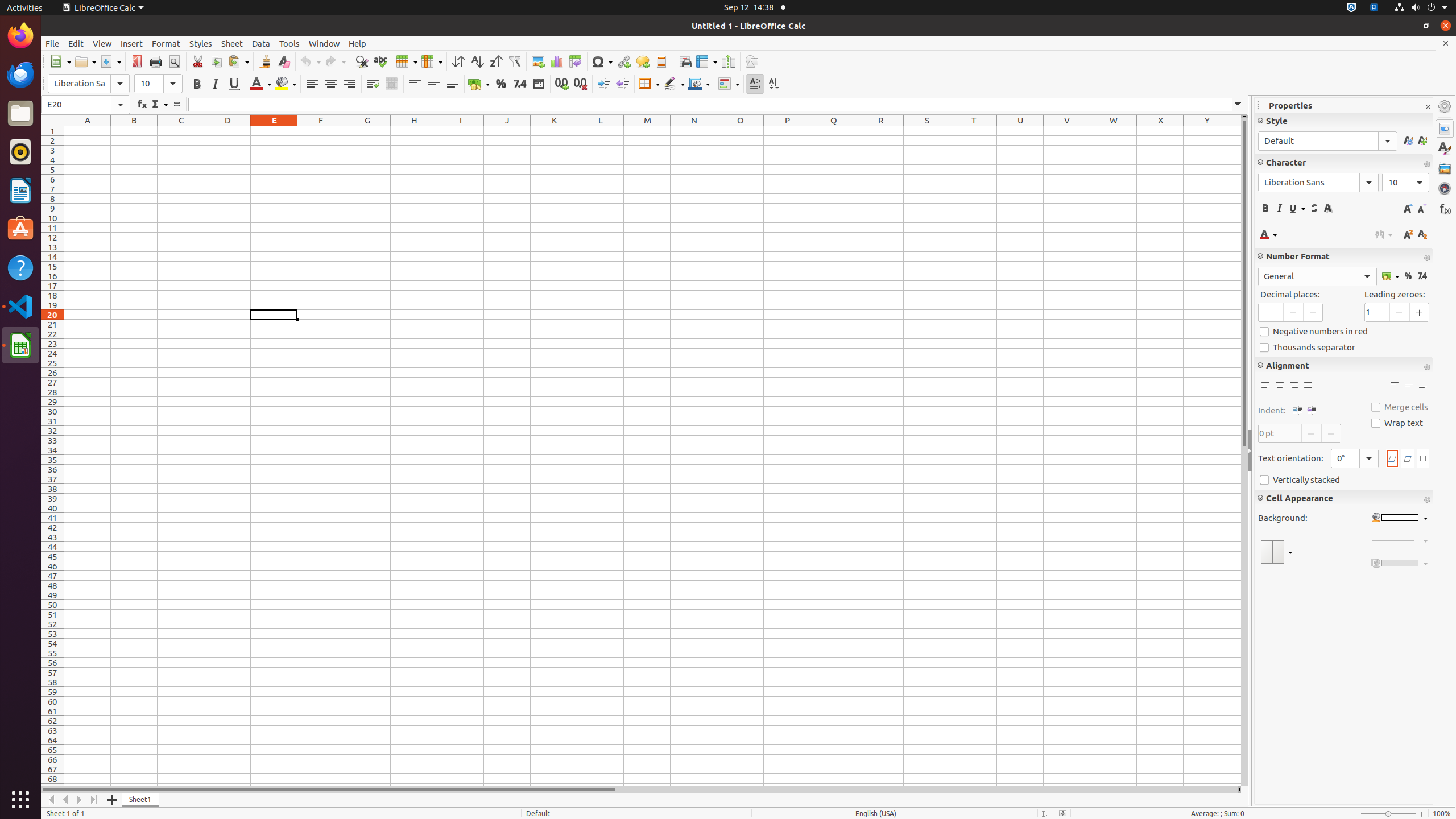 Image resolution: width=1456 pixels, height=819 pixels. I want to click on 'Symbol', so click(601, 61).